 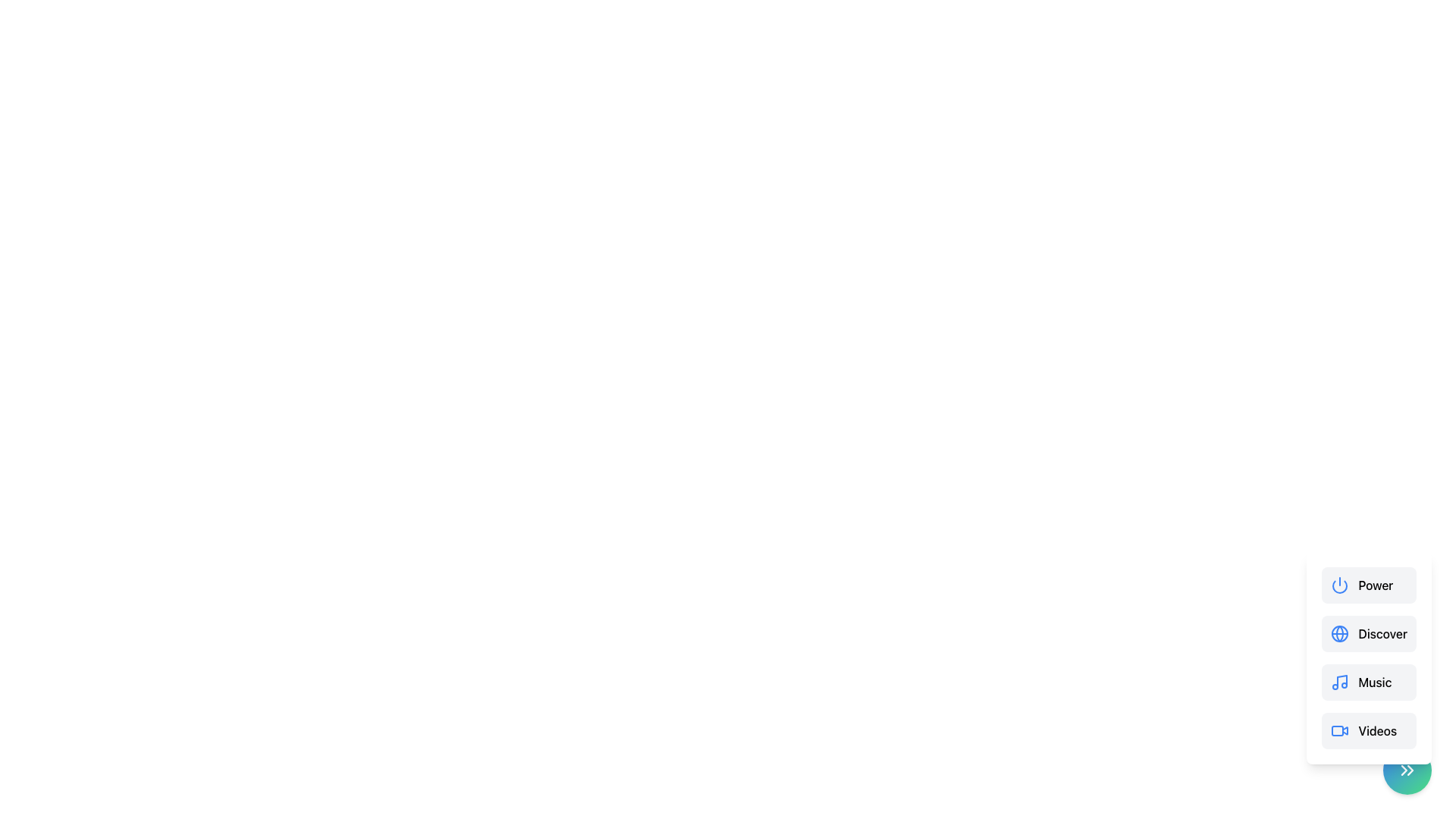 What do you see at coordinates (1340, 730) in the screenshot?
I see `the Videos icon located at the bottom of the vertical stack of action buttons on the right side of the interface` at bounding box center [1340, 730].